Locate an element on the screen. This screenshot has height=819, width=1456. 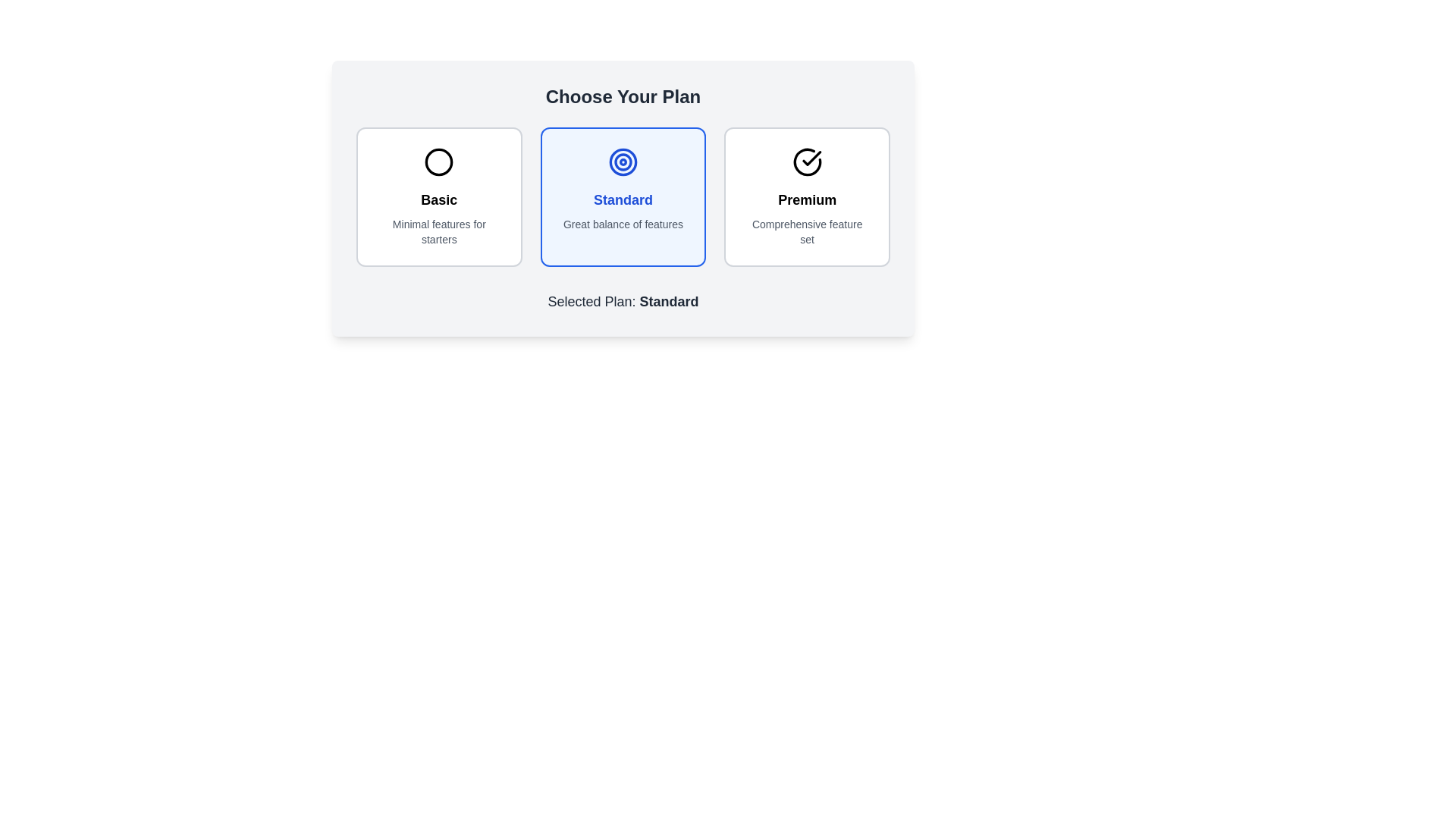
the text element that says 'Great balance of features', which is positioned below the title 'Standard' in the middle card of three horizontally arranged cards is located at coordinates (623, 224).